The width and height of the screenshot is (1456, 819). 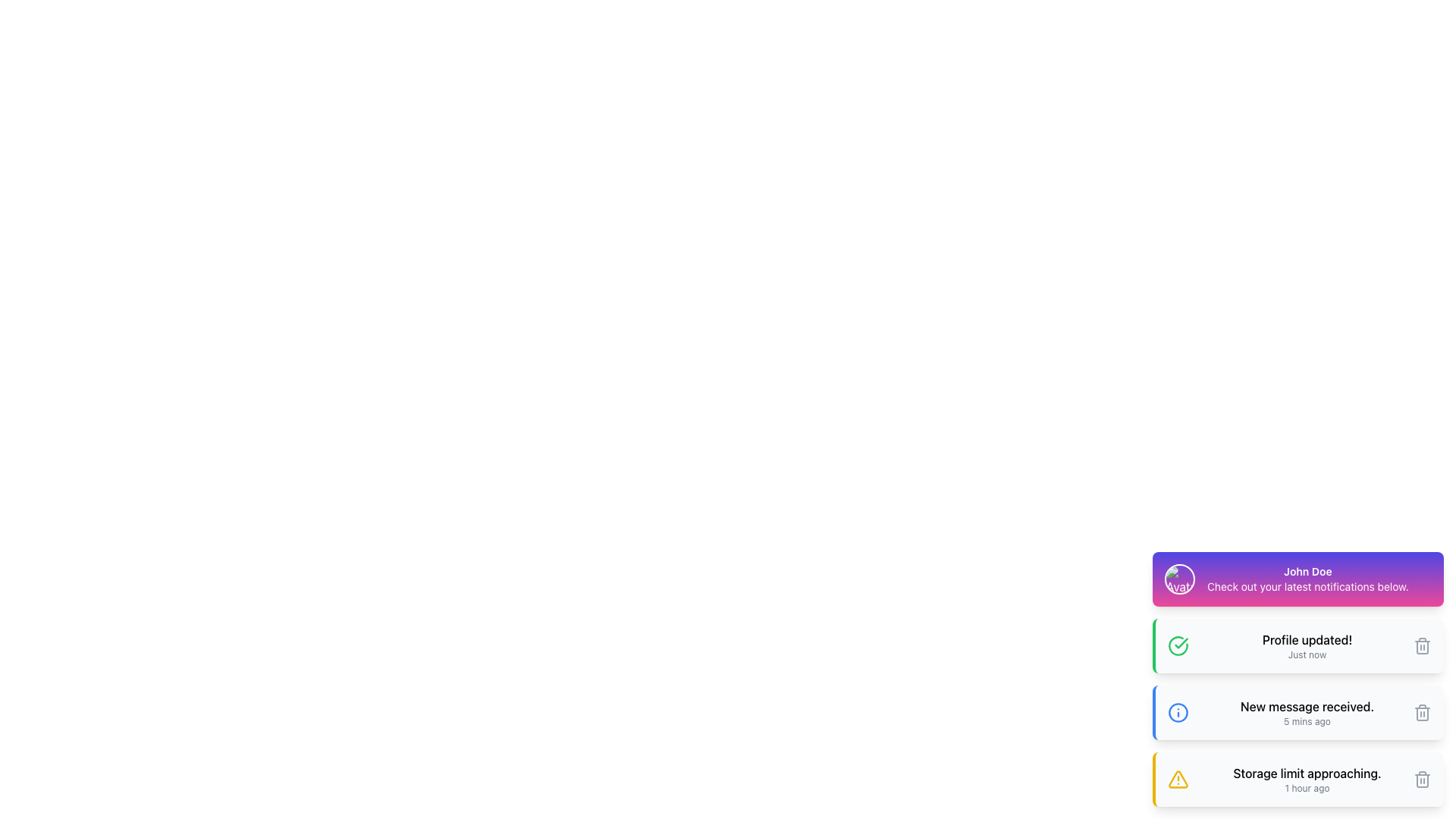 What do you see at coordinates (1178, 780) in the screenshot?
I see `the triangular warning icon with a yellow border located to the left of the text 'Storage limit approaching.' in the notification box at the bottom of the stack of notifications` at bounding box center [1178, 780].